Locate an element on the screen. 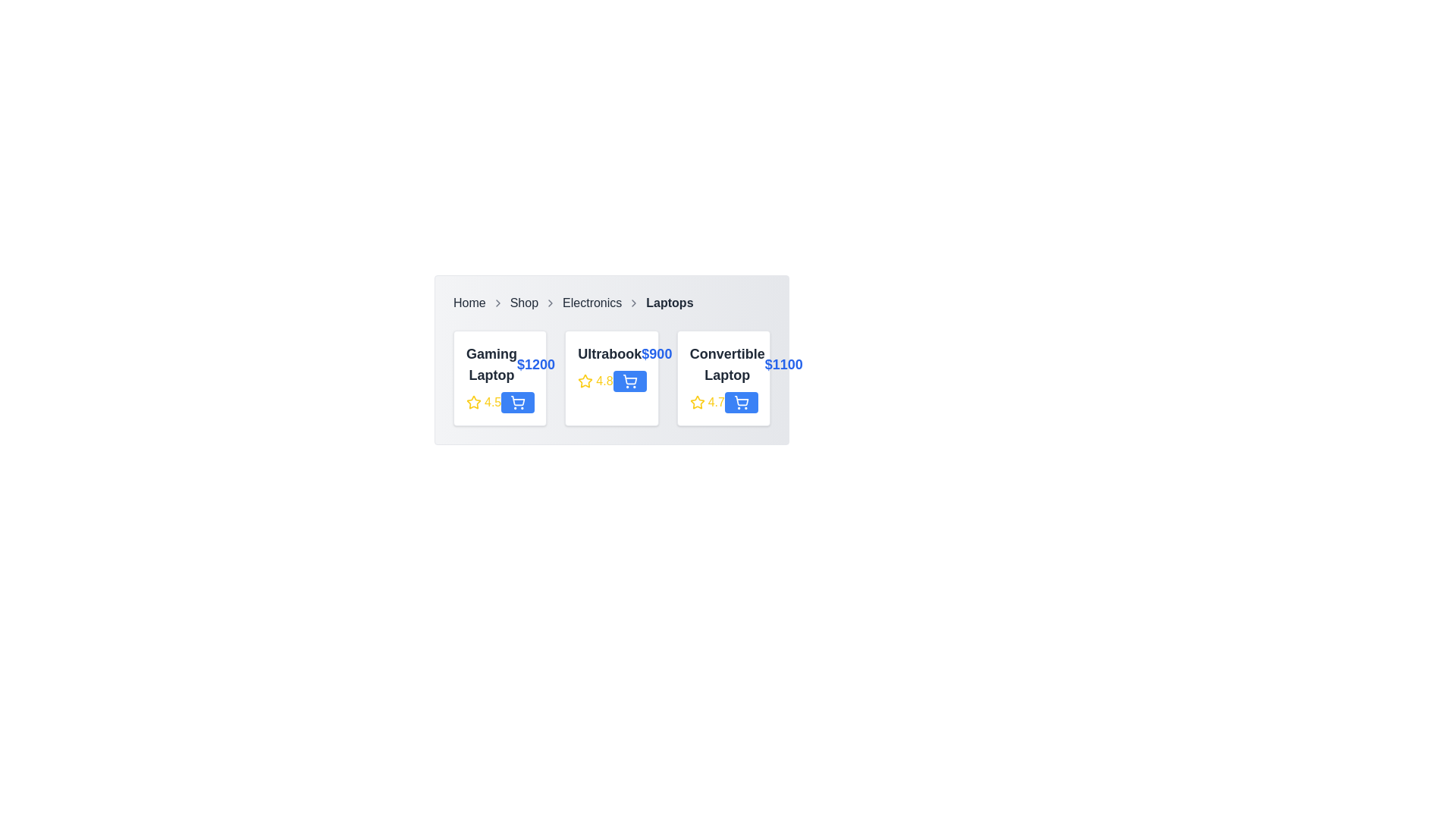 This screenshot has height=819, width=1456. the third interactive link in the breadcrumb navigation bar, located between 'Shop' and 'Laptops' is located at coordinates (591, 303).